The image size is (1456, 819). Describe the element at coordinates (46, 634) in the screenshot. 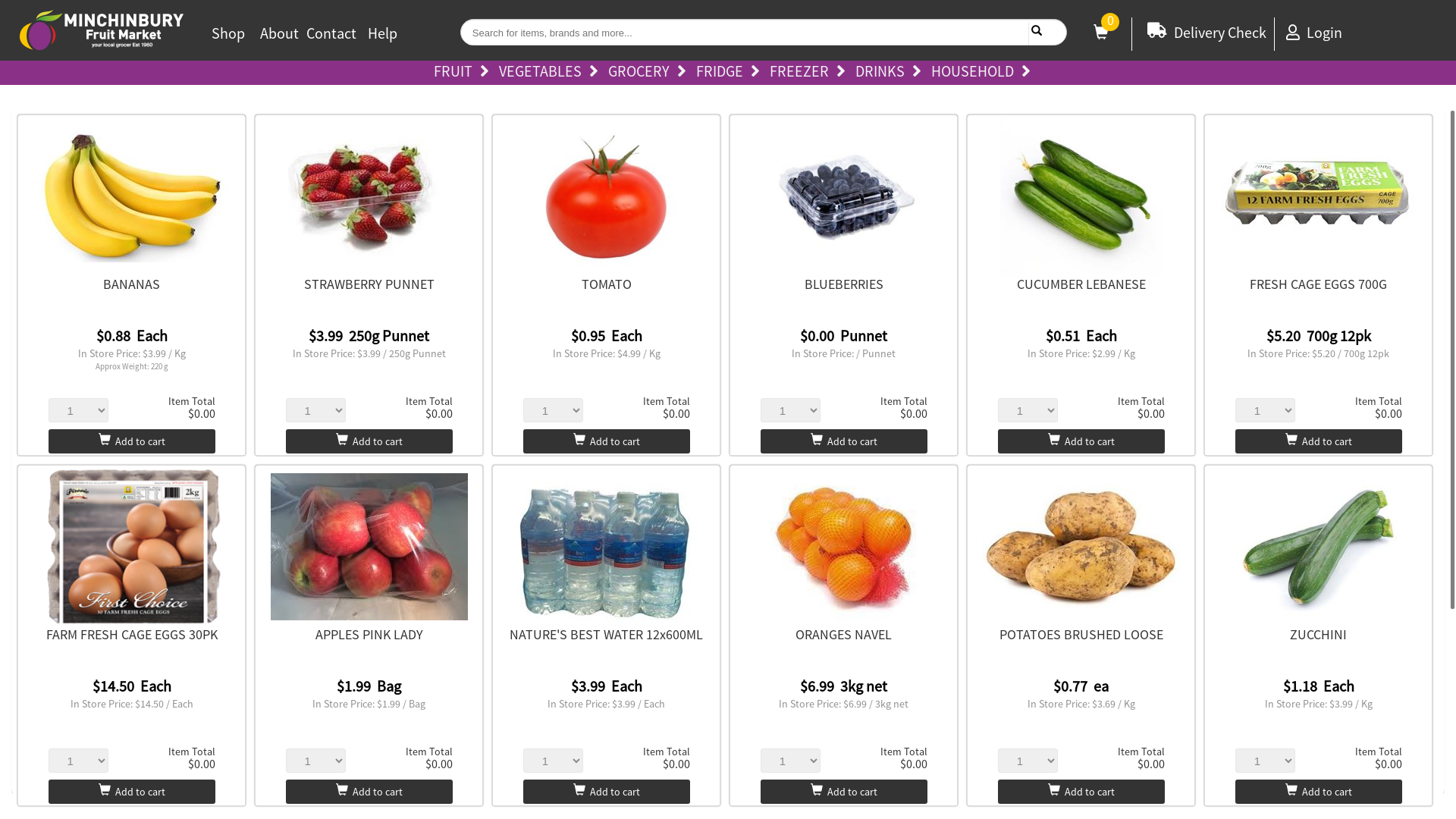

I see `'FARM FRESH CAGE EGGS 30PK'` at that location.